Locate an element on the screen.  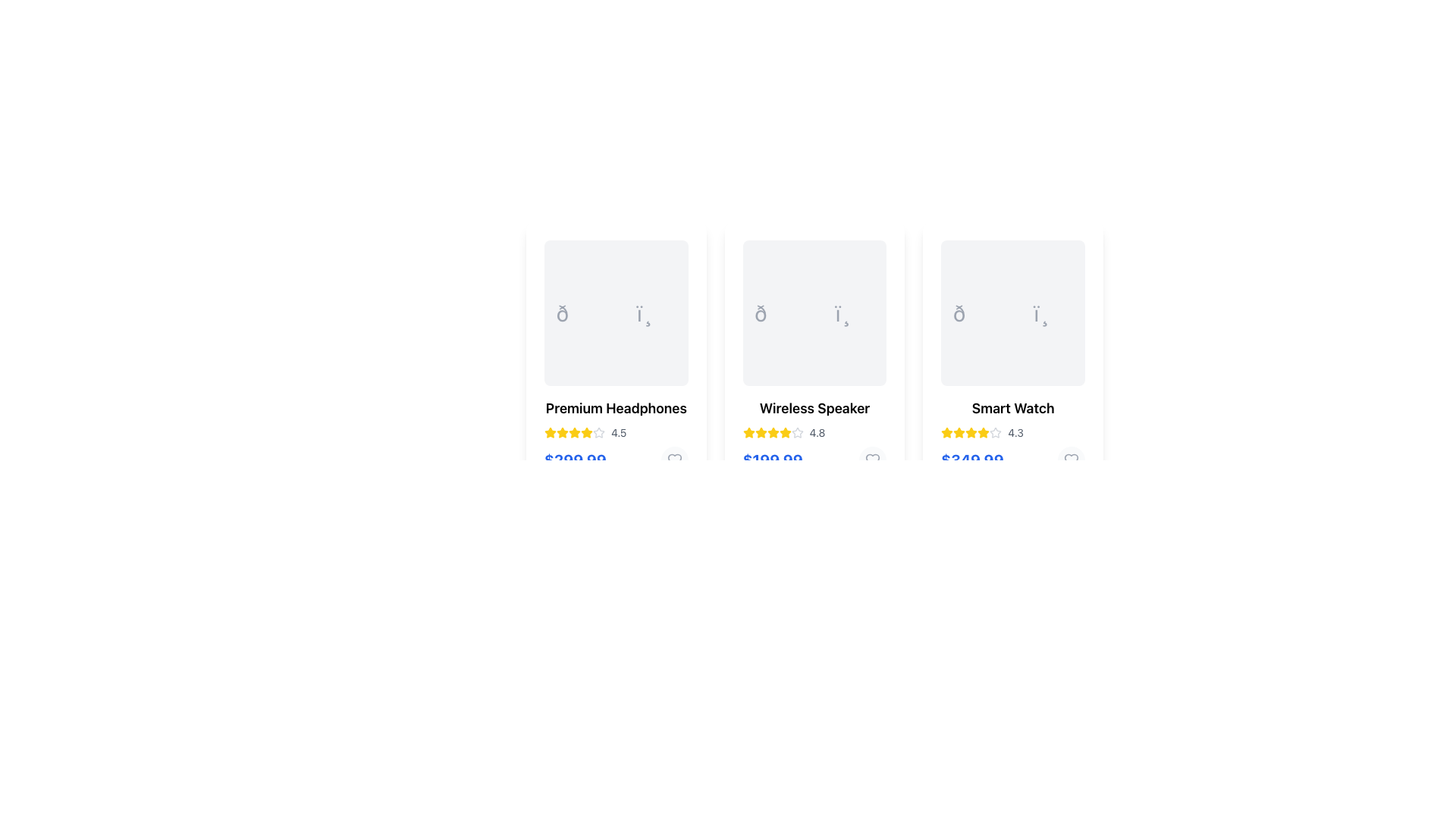
the star icon representing the rating for the product 'Wireless Speaker' to interact with it is located at coordinates (796, 432).